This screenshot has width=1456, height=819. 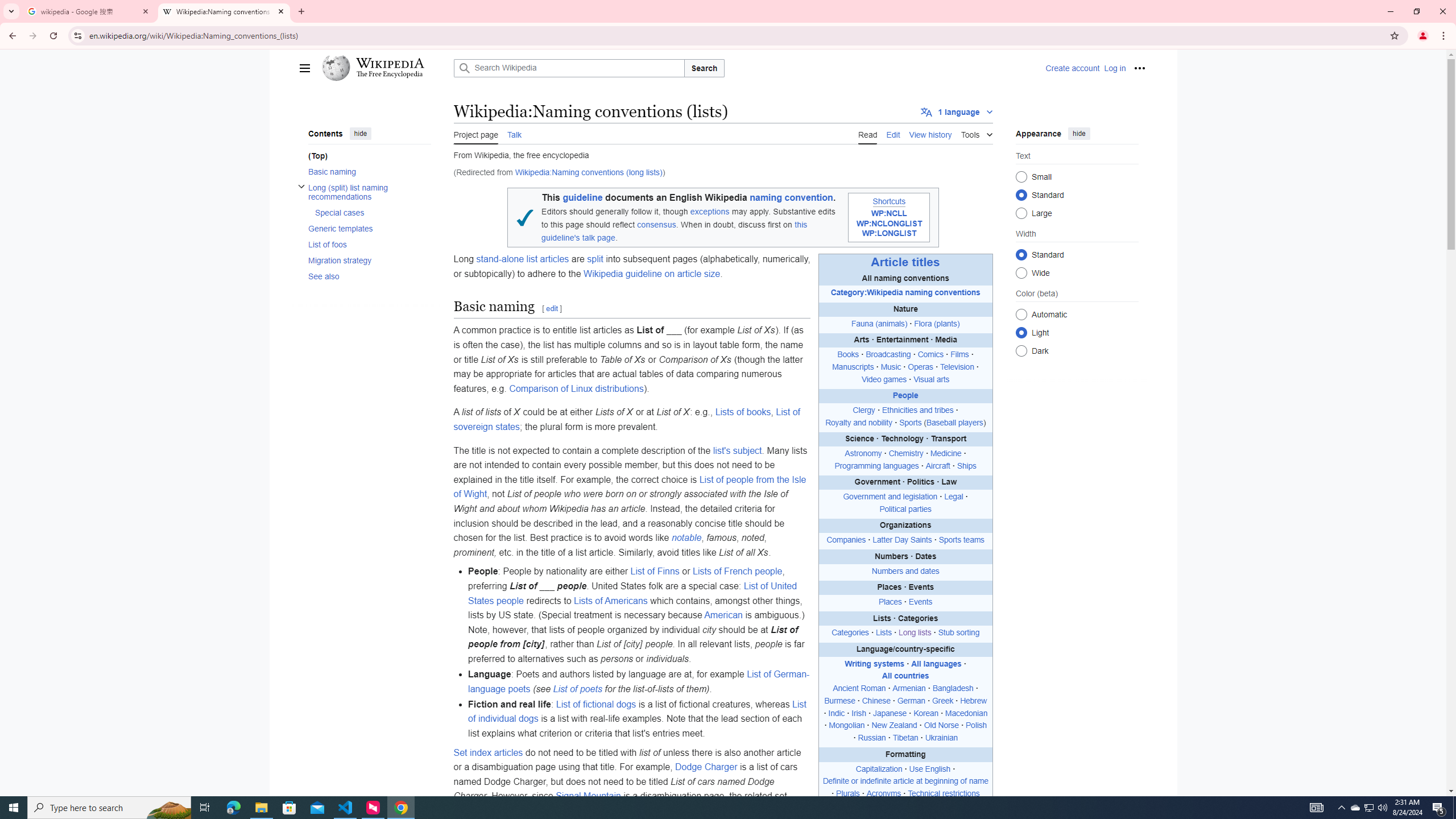 What do you see at coordinates (941, 738) in the screenshot?
I see `'Ukrainian'` at bounding box center [941, 738].